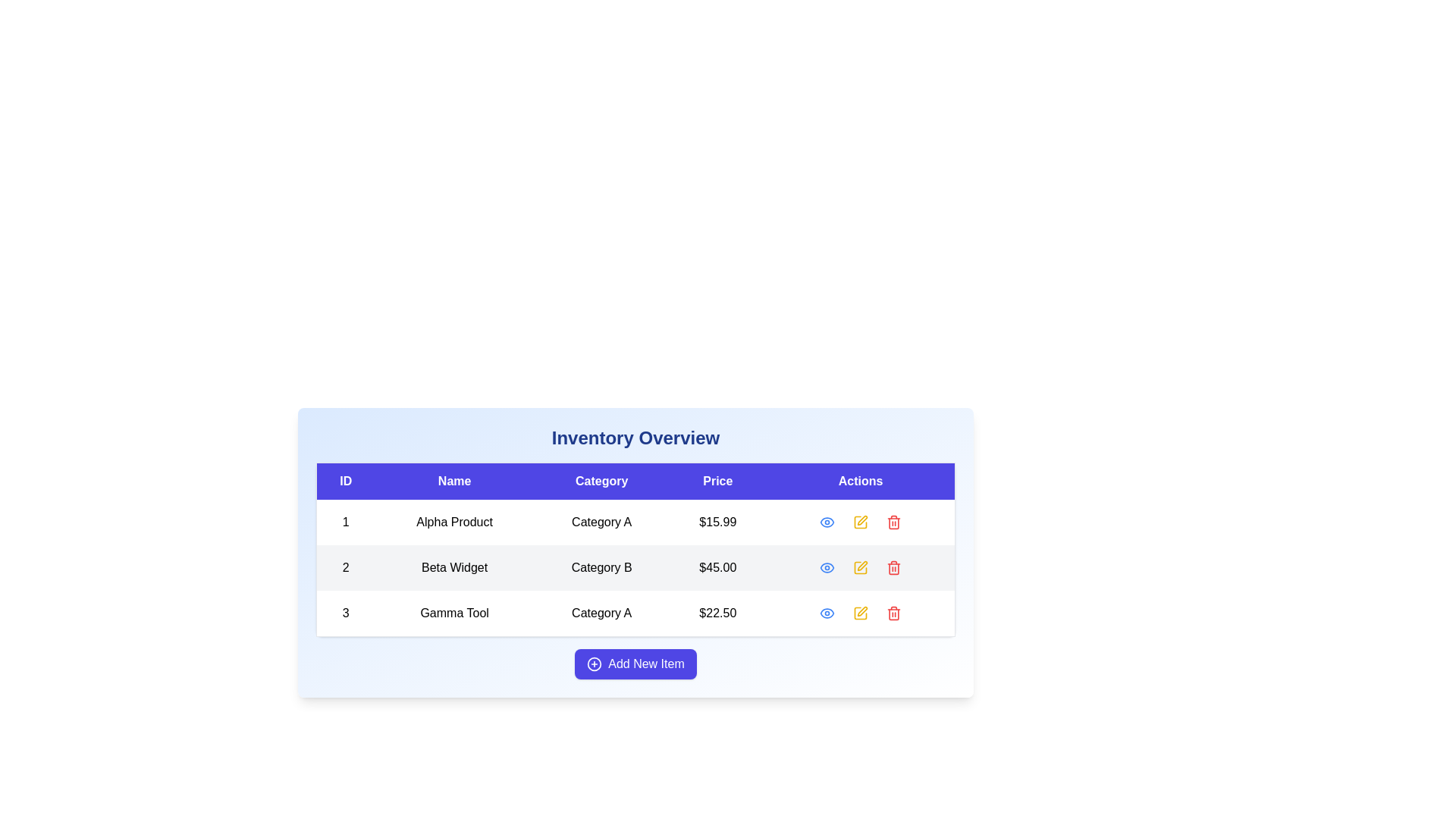  Describe the element at coordinates (860, 567) in the screenshot. I see `the Button group containing action icons in the 'Actions' column of the second row for the item 'Beta Widget' to interact with it` at that location.